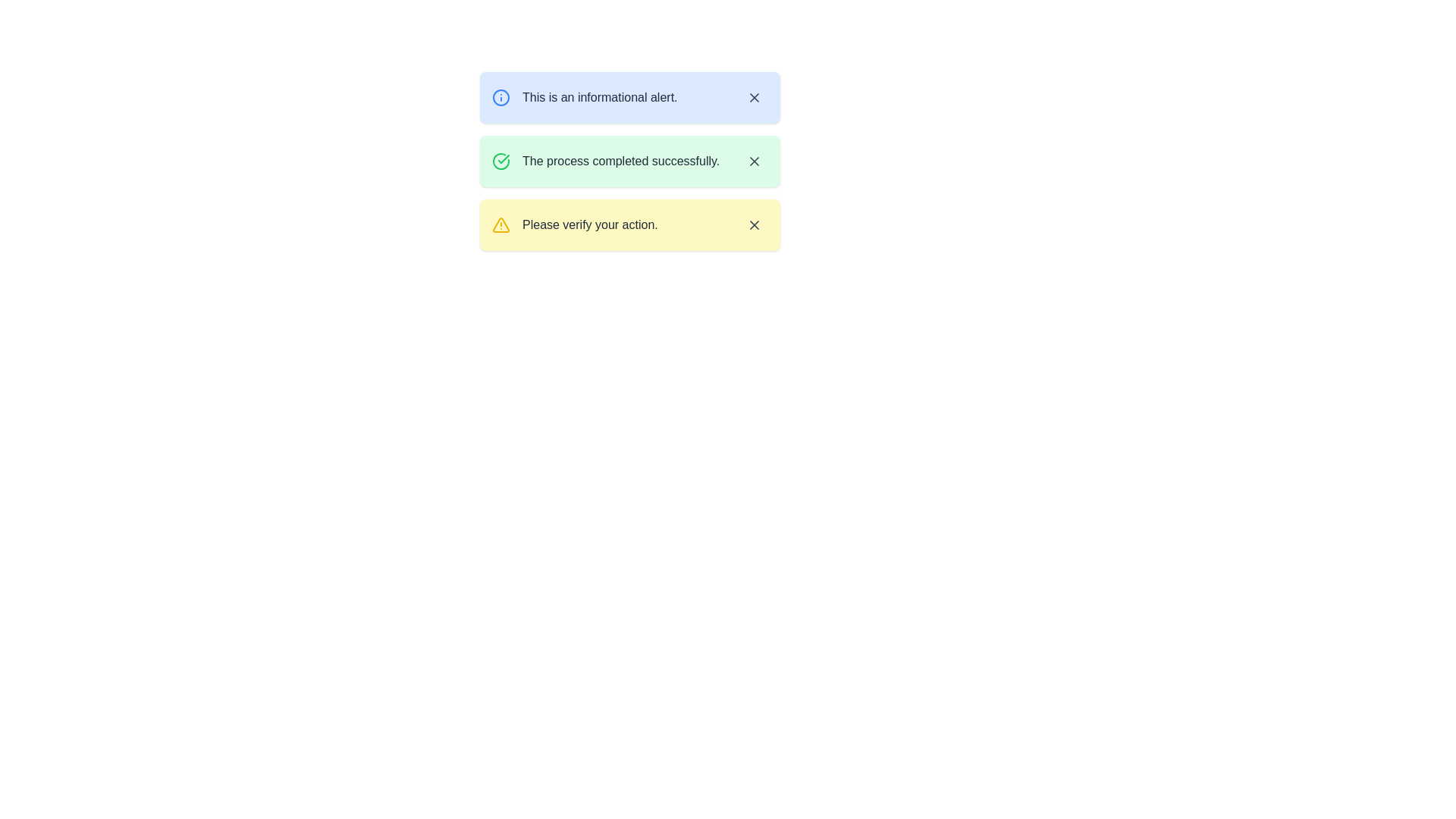  I want to click on the close button located at the far right edge of the yellow notification box, so click(754, 225).